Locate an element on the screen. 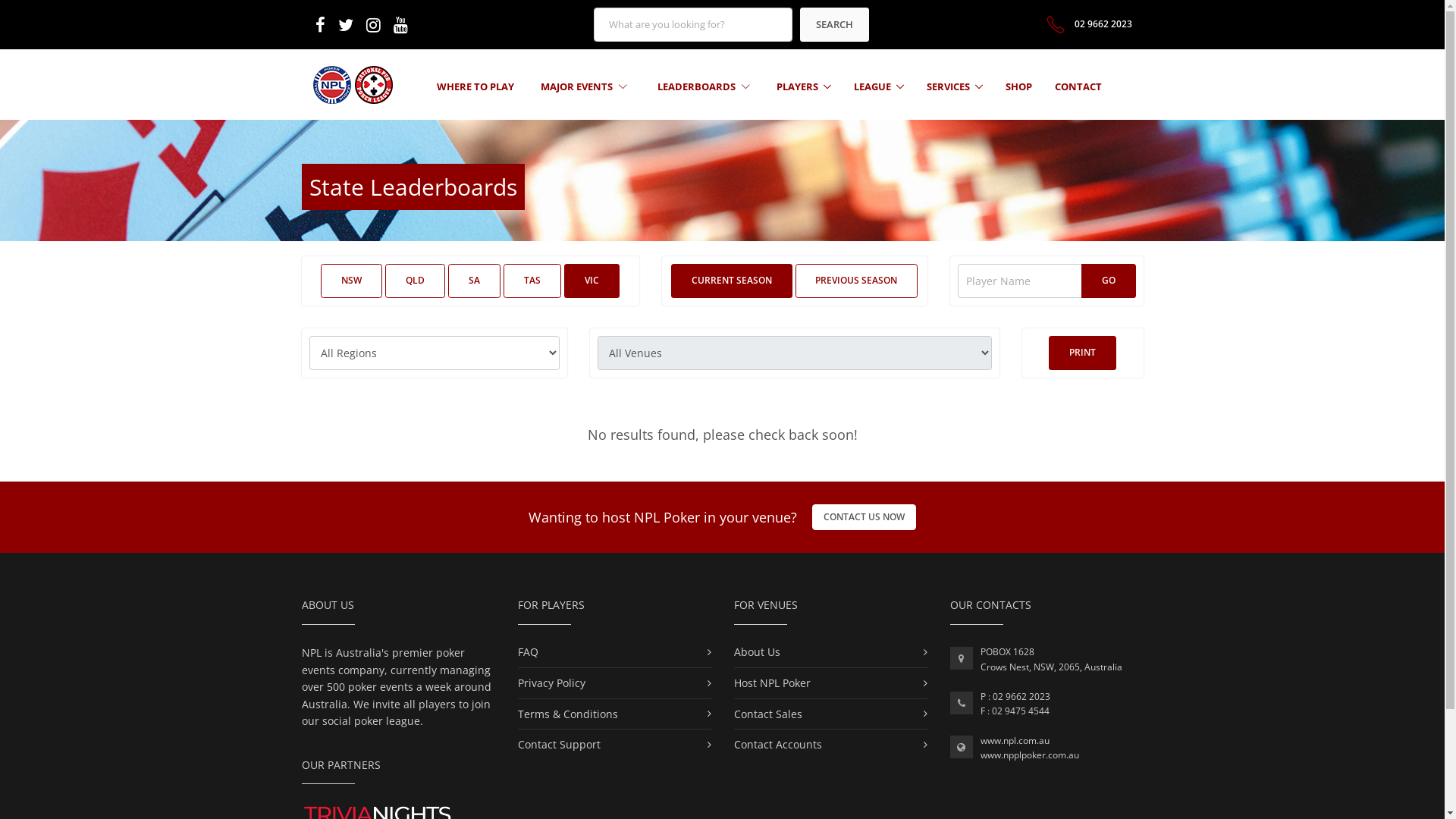 The image size is (1456, 819). 'Contact Accounts' is located at coordinates (778, 743).